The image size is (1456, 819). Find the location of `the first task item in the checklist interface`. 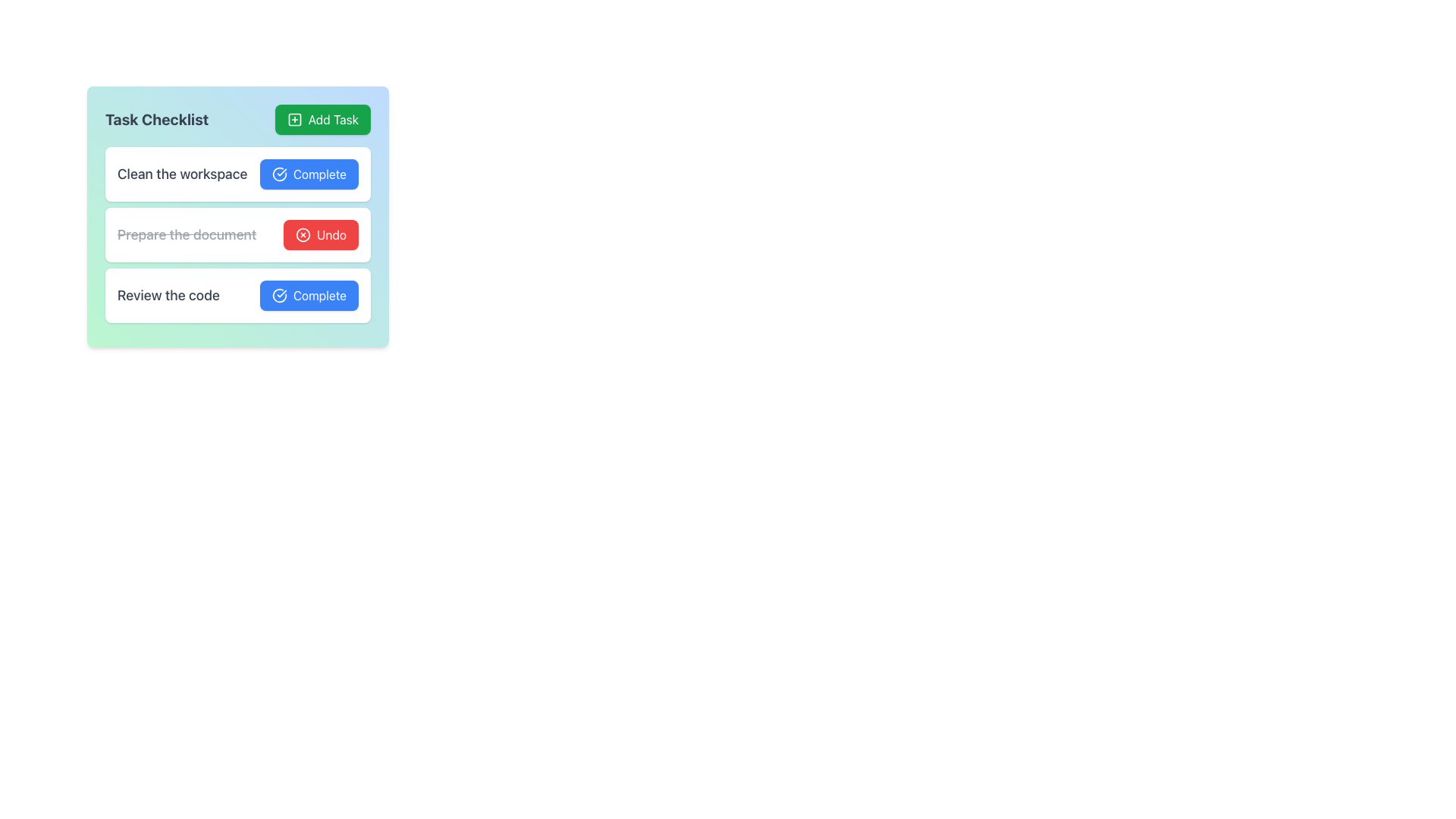

the first task item in the checklist interface is located at coordinates (237, 174).